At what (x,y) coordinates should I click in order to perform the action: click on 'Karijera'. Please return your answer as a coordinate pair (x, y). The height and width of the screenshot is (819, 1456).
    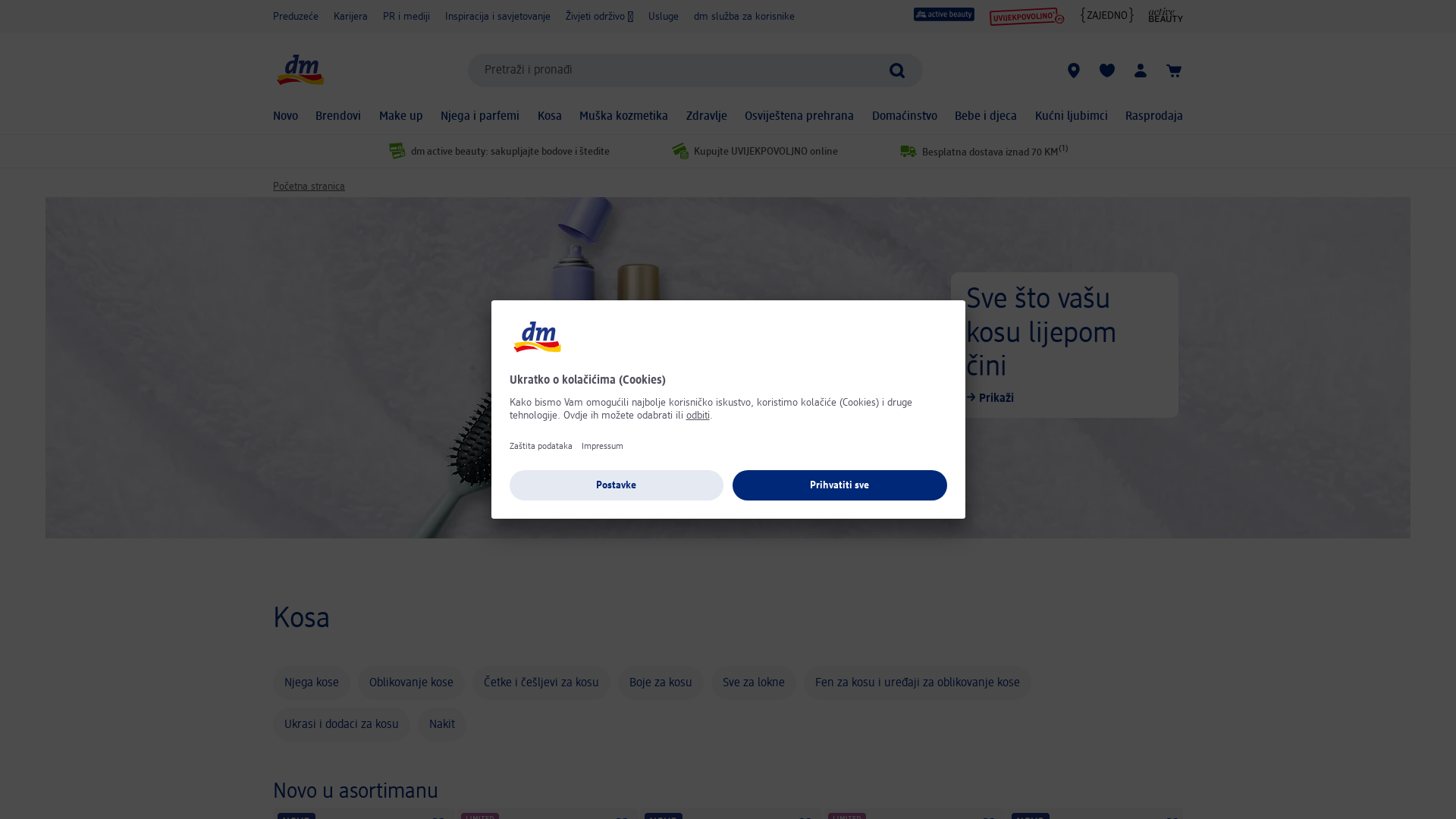
    Looking at the image, I should click on (344, 17).